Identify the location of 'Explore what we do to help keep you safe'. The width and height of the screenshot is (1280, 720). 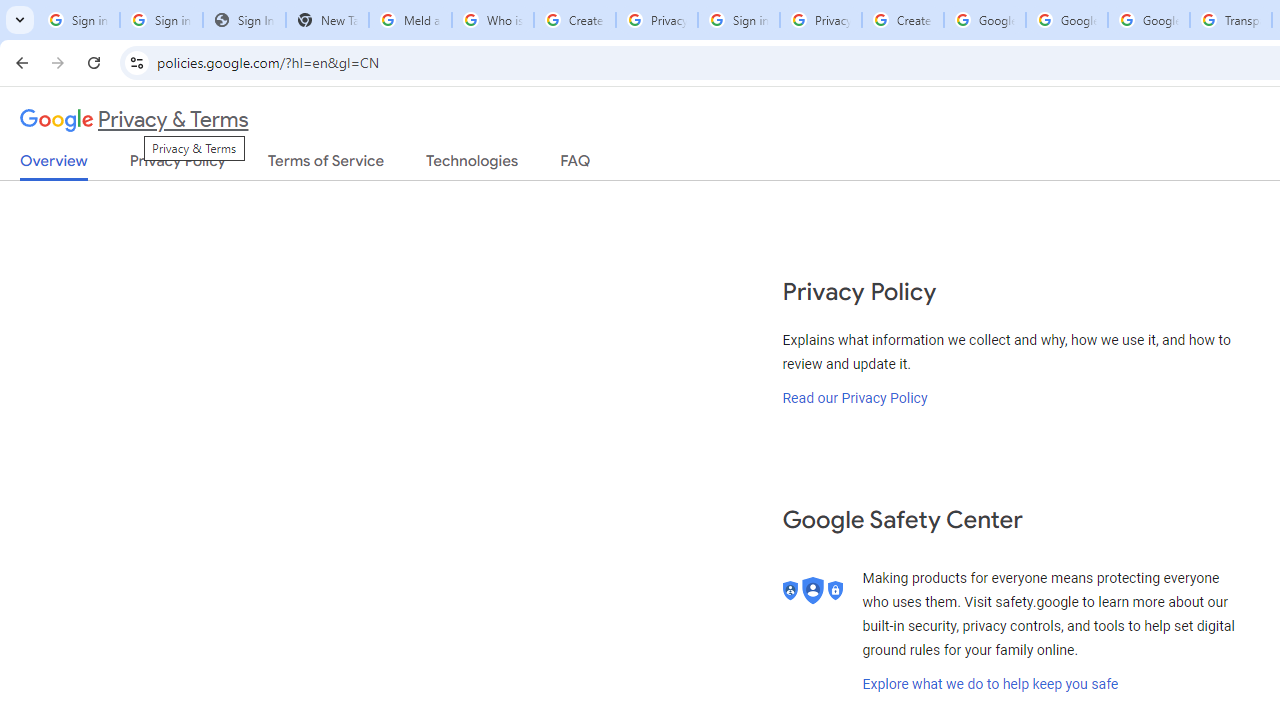
(990, 683).